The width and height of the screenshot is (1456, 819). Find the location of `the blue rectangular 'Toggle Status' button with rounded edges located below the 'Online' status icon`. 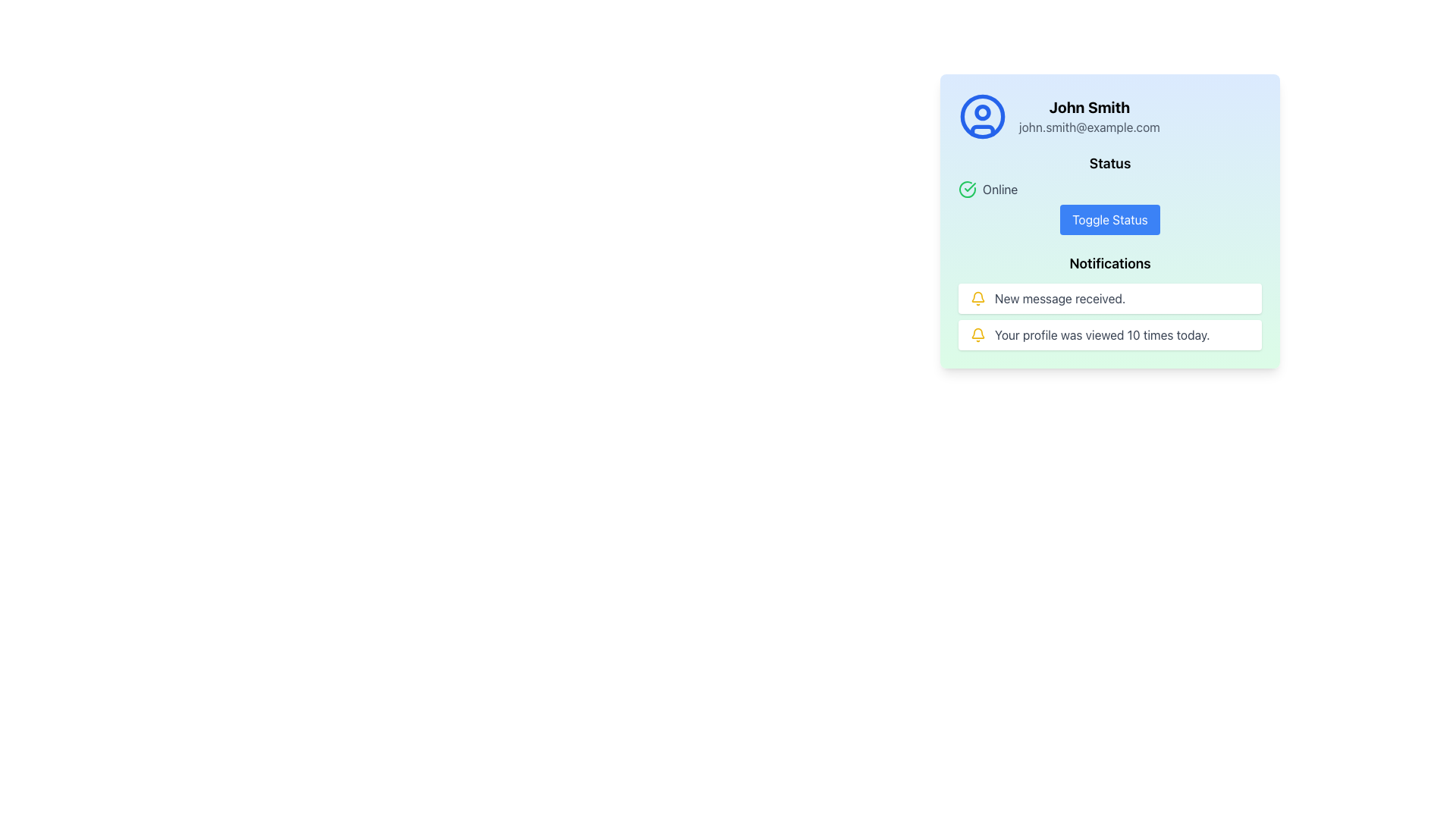

the blue rectangular 'Toggle Status' button with rounded edges located below the 'Online' status icon is located at coordinates (1110, 219).